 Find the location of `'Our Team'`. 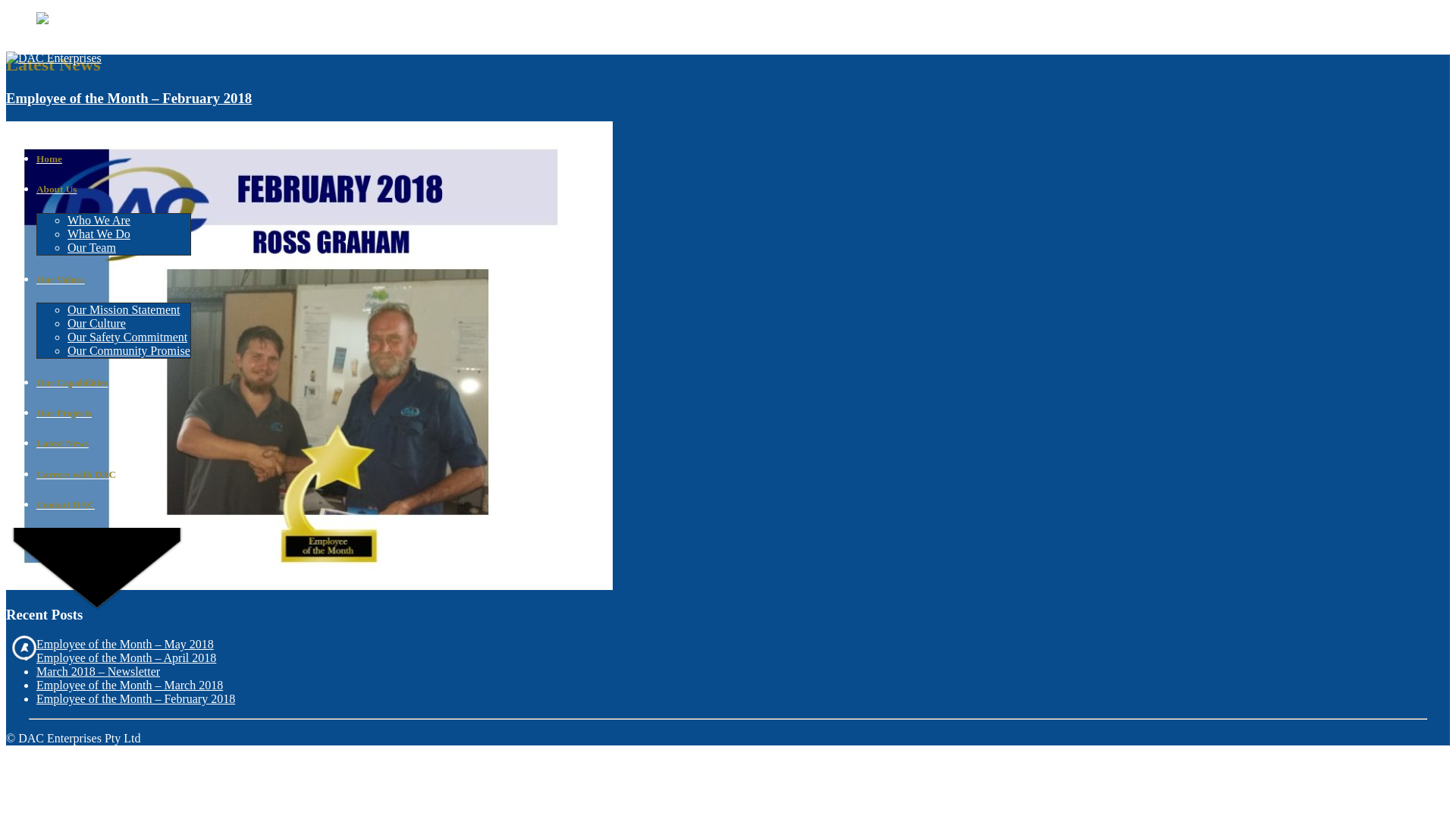

'Our Team' is located at coordinates (67, 246).